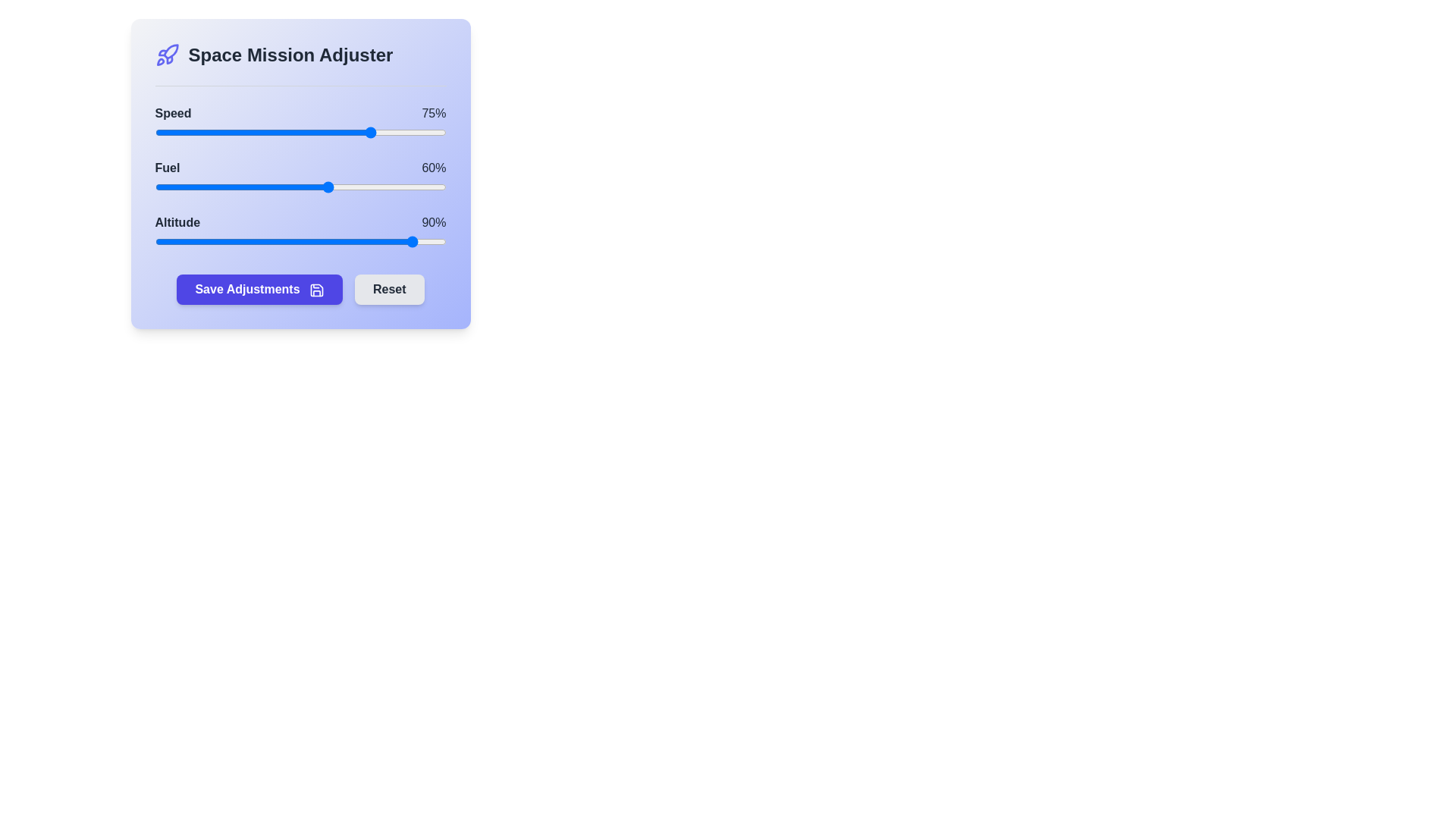 The width and height of the screenshot is (1456, 819). I want to click on the 1 slider to 13%, so click(192, 186).